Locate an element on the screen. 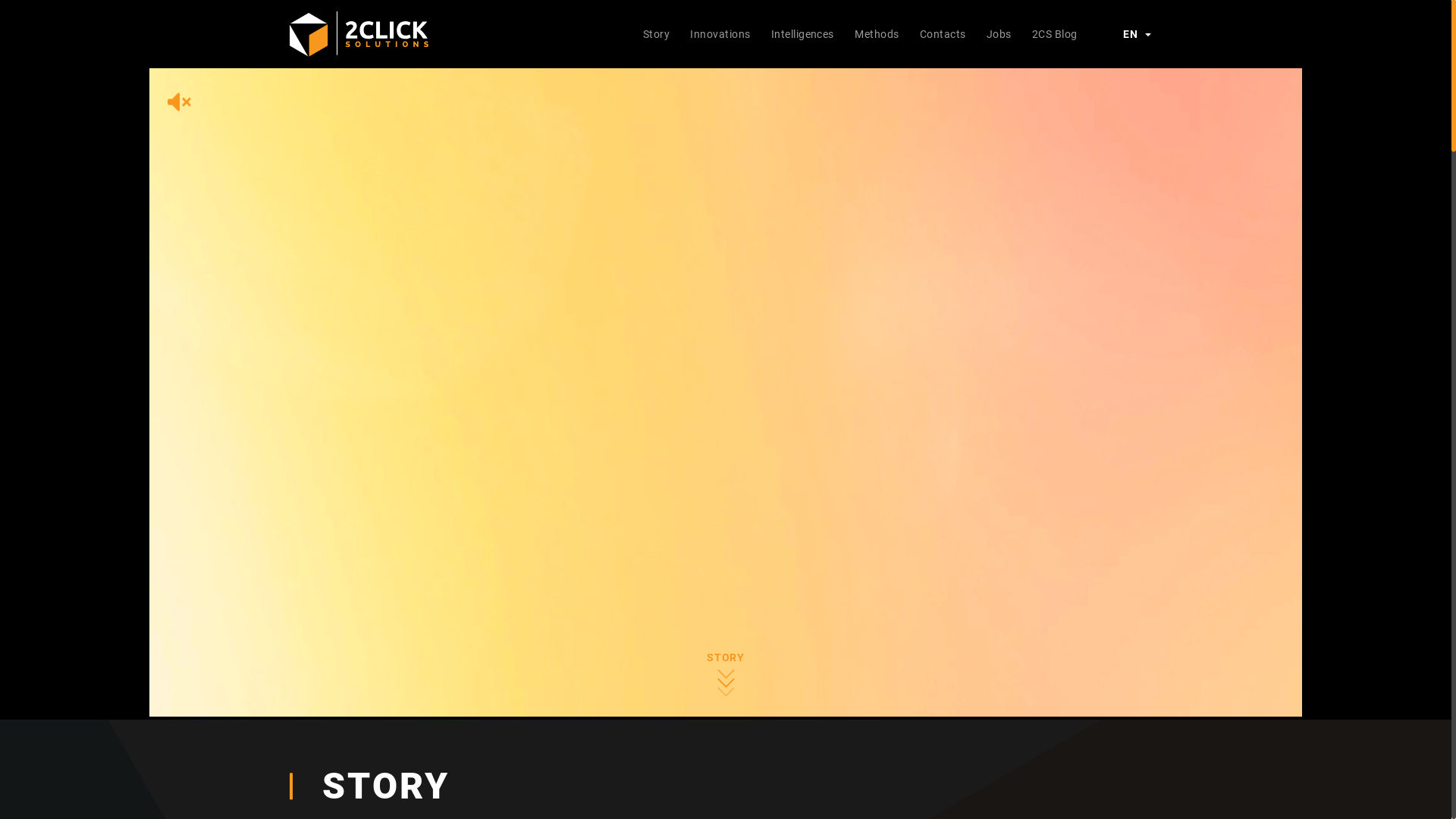  'Intelligences' is located at coordinates (801, 33).